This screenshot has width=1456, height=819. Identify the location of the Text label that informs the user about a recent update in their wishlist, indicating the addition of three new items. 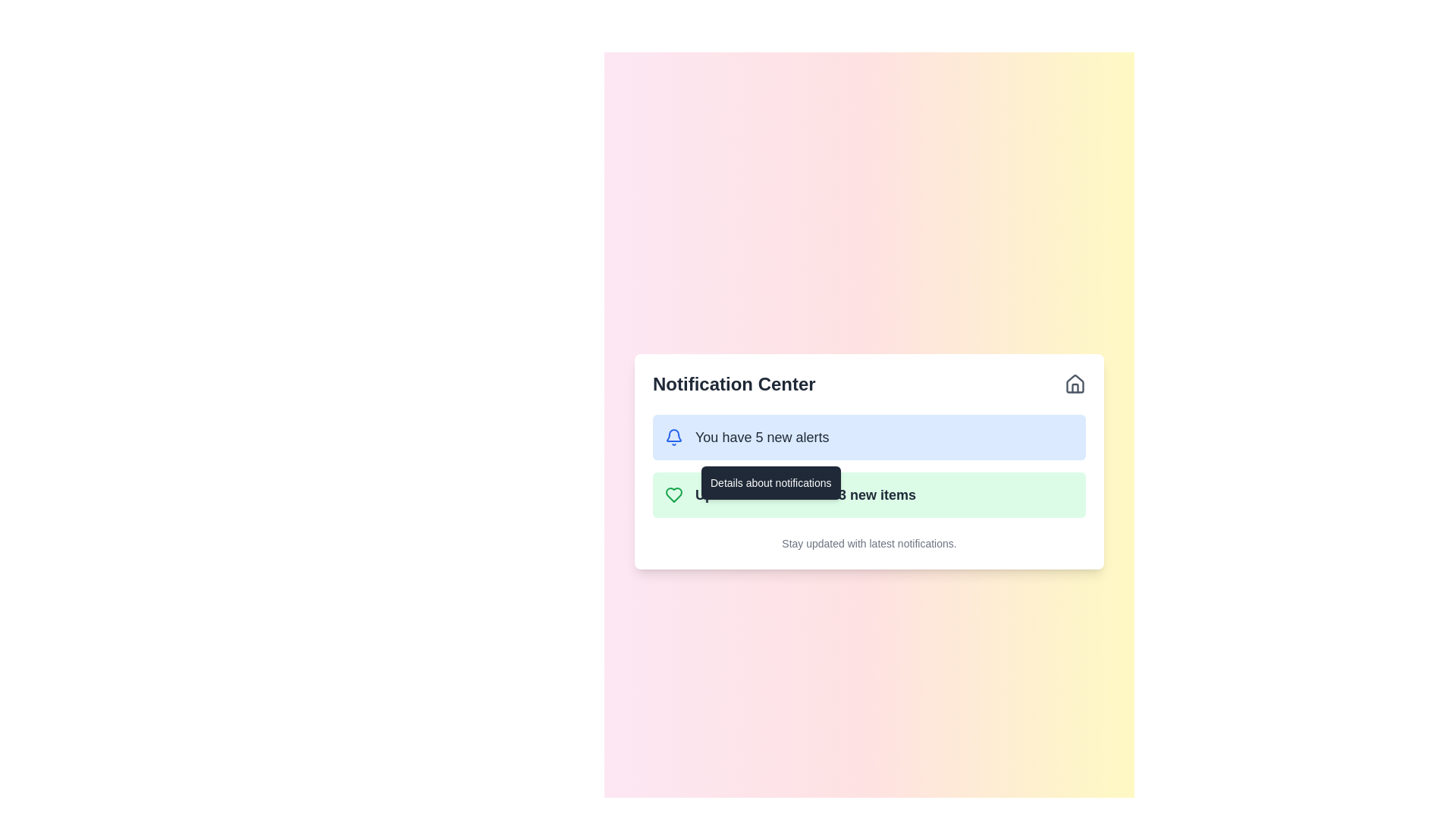
(805, 494).